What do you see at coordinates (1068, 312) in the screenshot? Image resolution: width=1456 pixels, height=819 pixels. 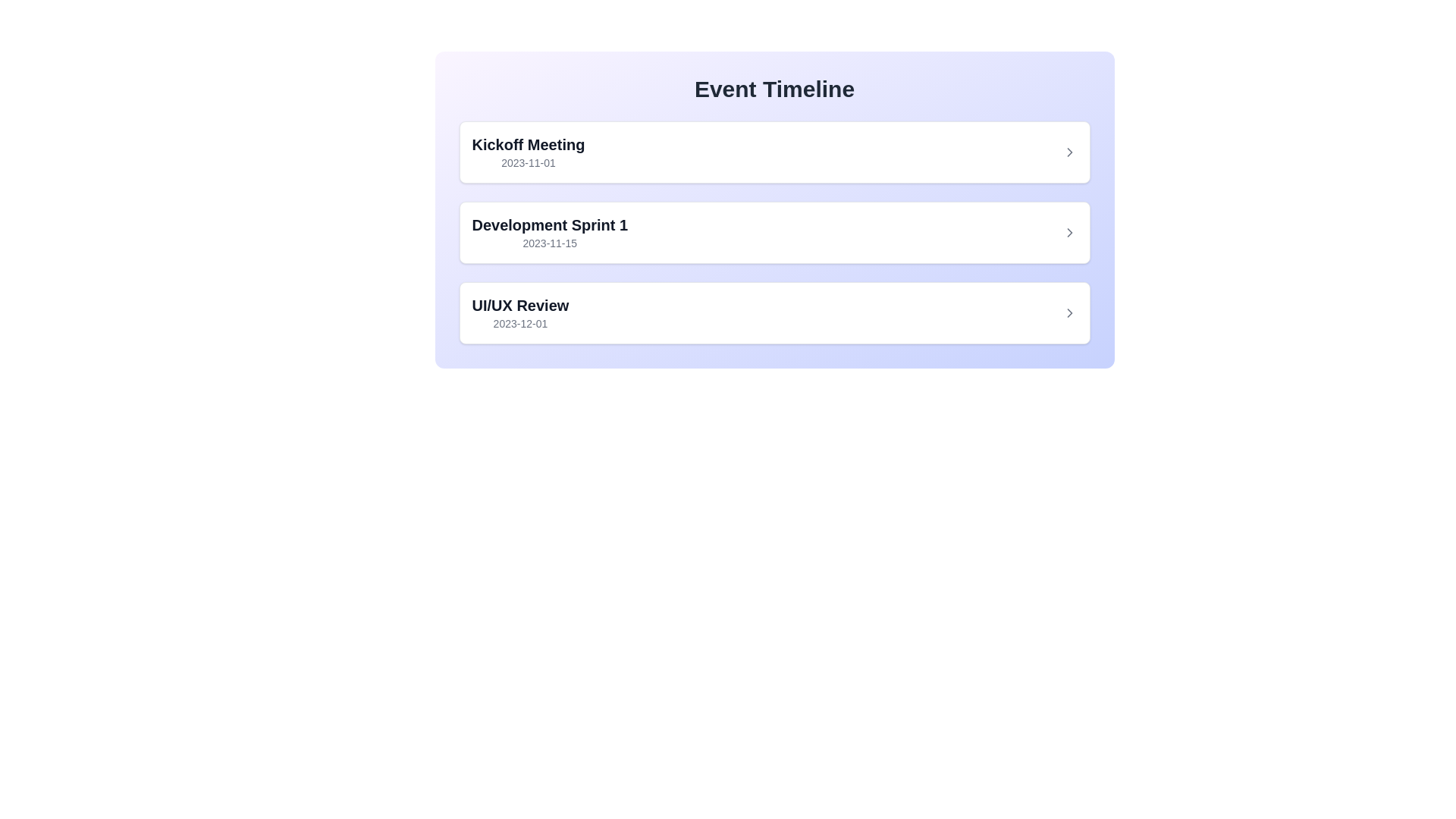 I see `the right-pointing chevron icon button, which is styled with a gray color and indicates forward navigation, positioned at the far-right side of the 'UI/UX Review' timeline entry` at bounding box center [1068, 312].